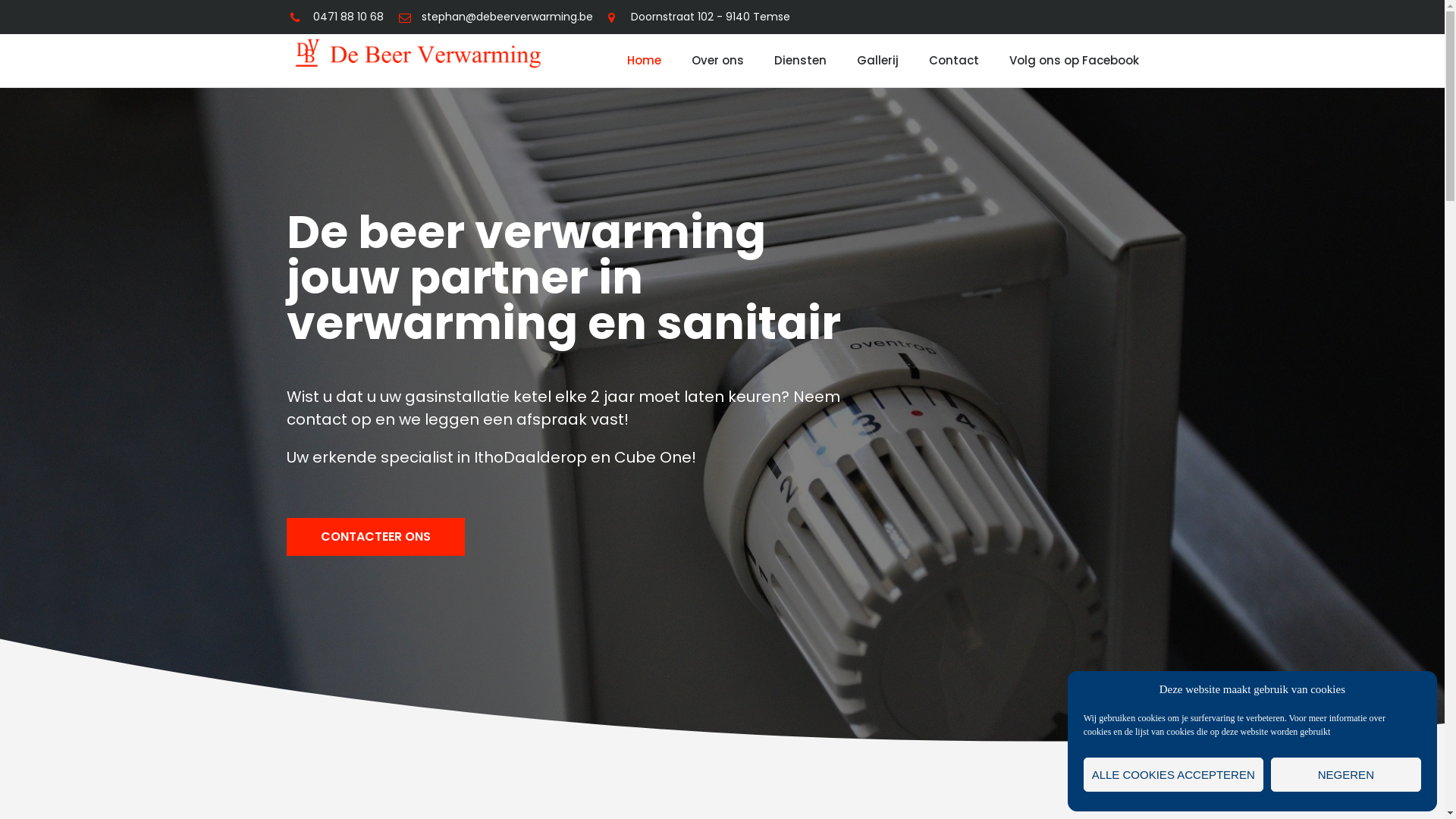 Image resolution: width=1456 pixels, height=819 pixels. What do you see at coordinates (644, 60) in the screenshot?
I see `'Home'` at bounding box center [644, 60].